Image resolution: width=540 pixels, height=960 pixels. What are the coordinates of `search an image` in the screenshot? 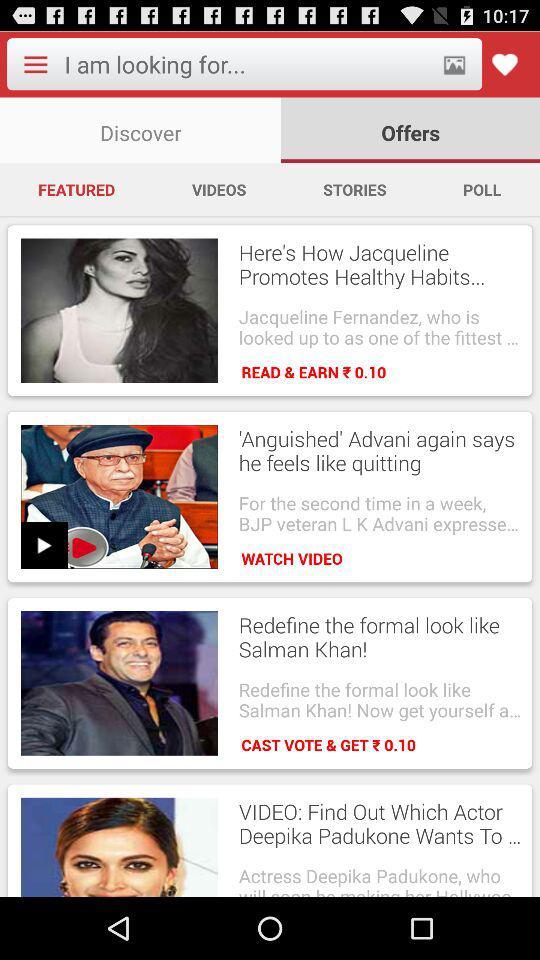 It's located at (454, 64).